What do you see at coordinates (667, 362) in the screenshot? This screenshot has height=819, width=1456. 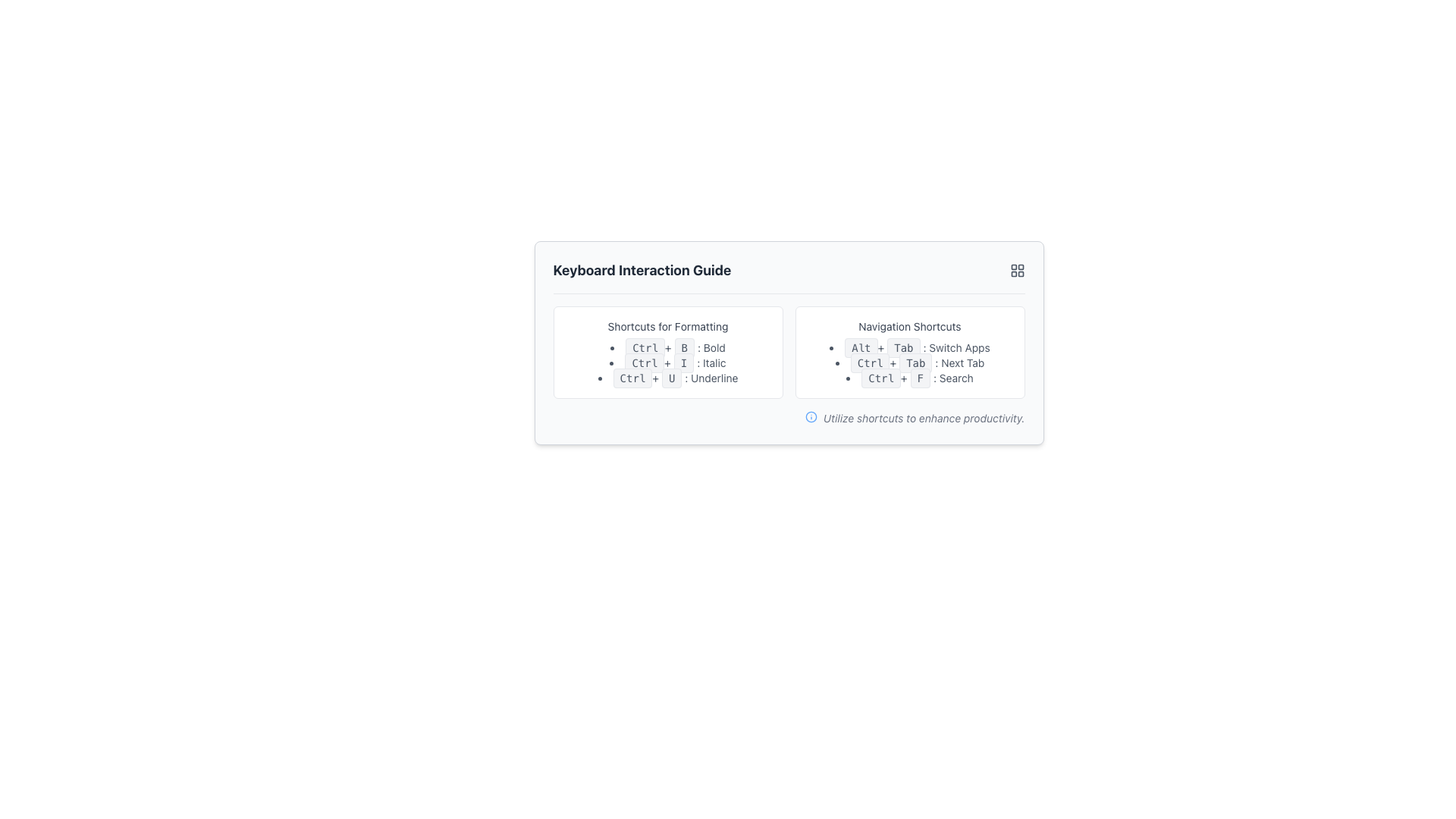 I see `the Text List element that displays keyboard shortcuts for formatting, which is the second component in the 'Shortcuts for Formatting' section` at bounding box center [667, 362].